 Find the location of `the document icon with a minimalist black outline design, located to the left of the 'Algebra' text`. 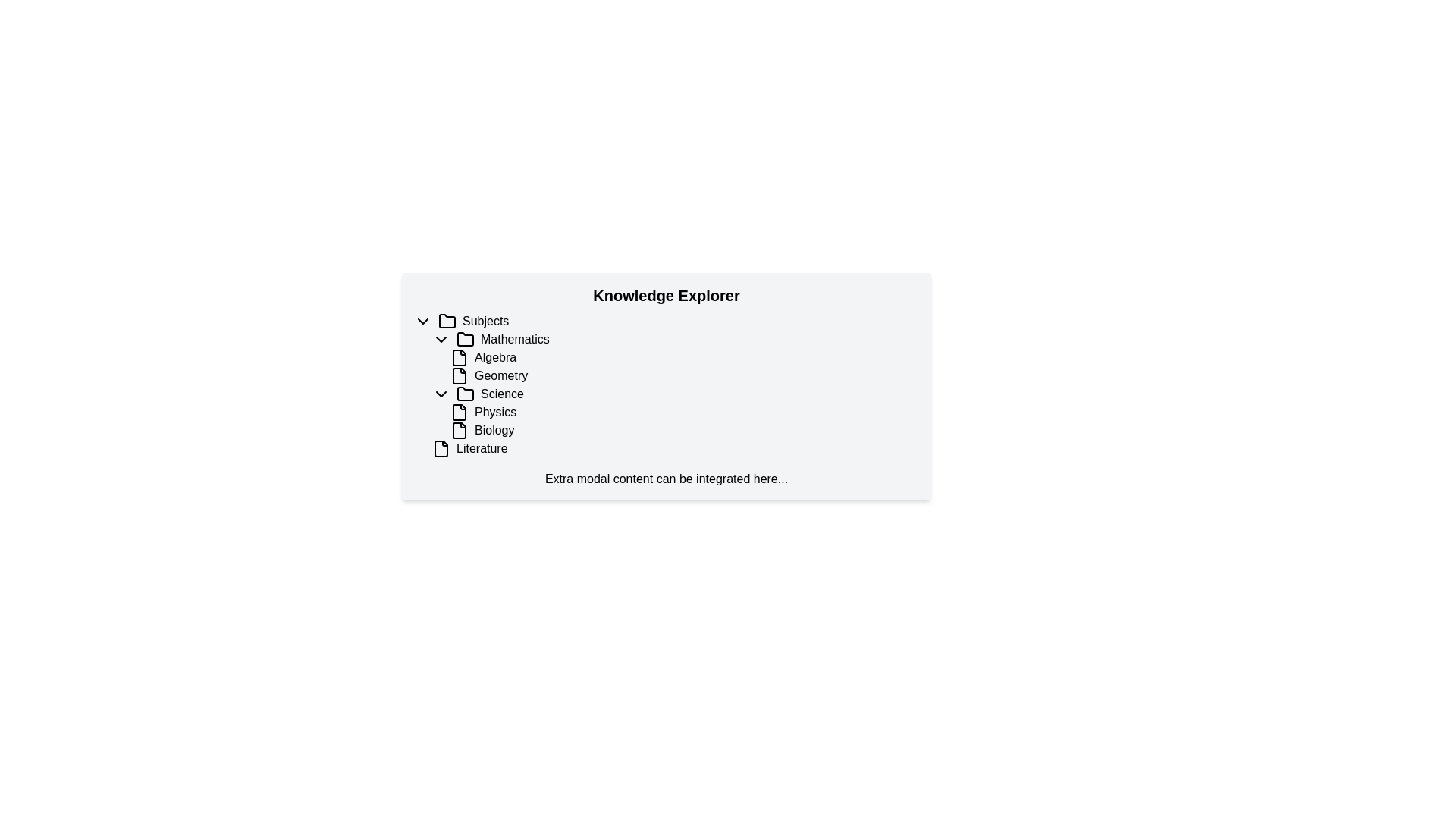

the document icon with a minimalist black outline design, located to the left of the 'Algebra' text is located at coordinates (458, 357).